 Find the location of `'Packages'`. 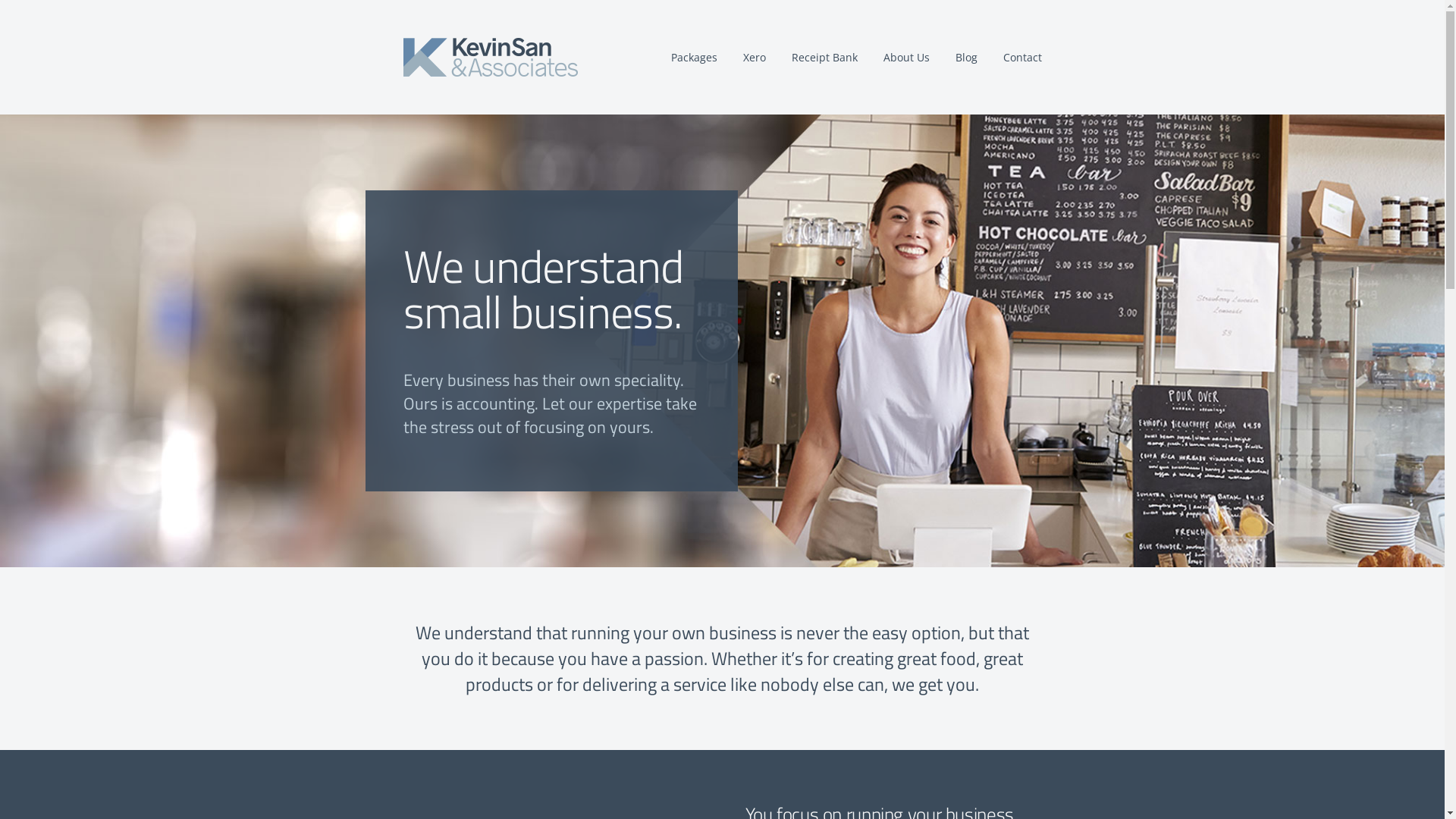

'Packages' is located at coordinates (692, 56).